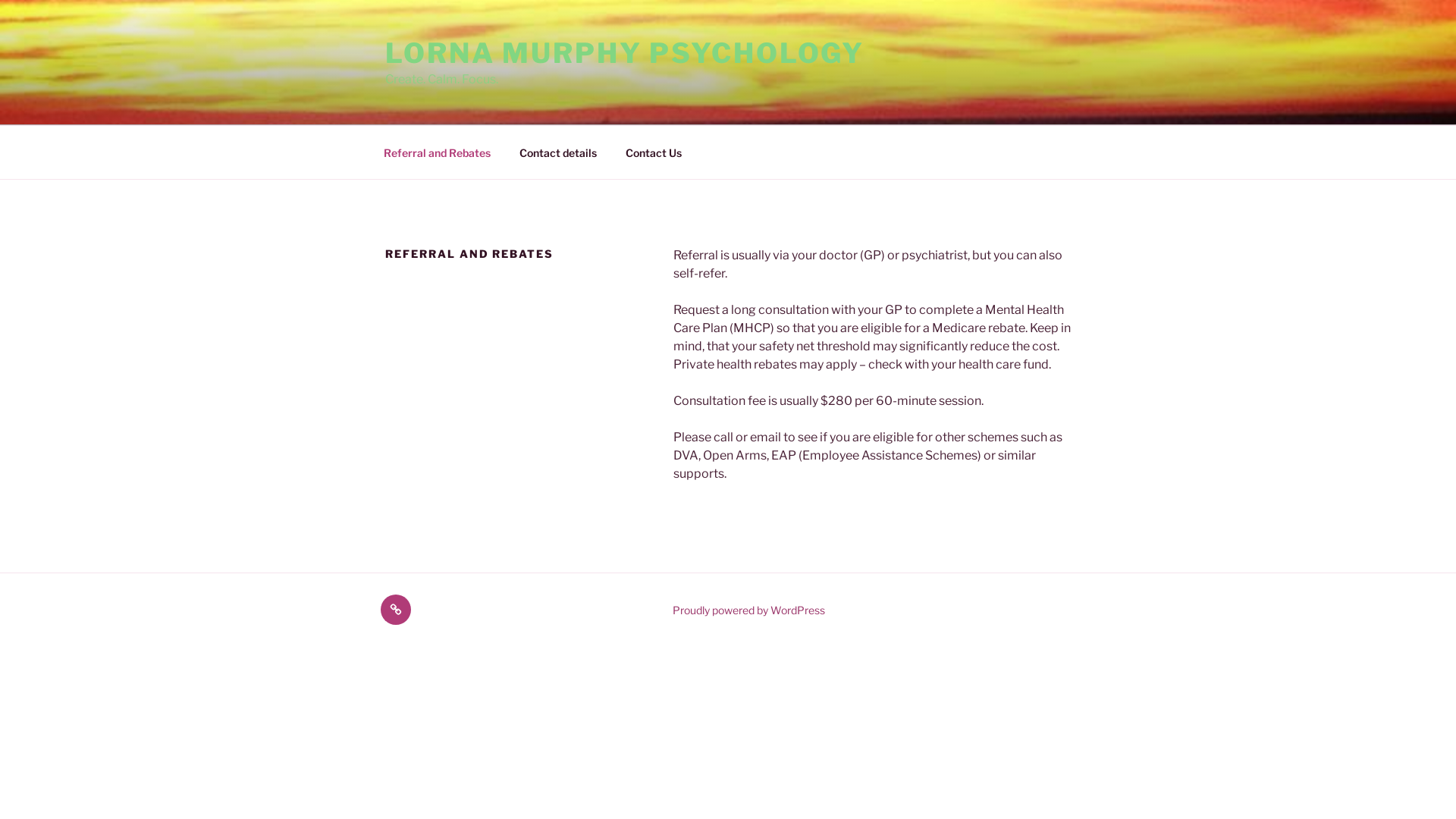  I want to click on 'Referral and Rebates', so click(370, 152).